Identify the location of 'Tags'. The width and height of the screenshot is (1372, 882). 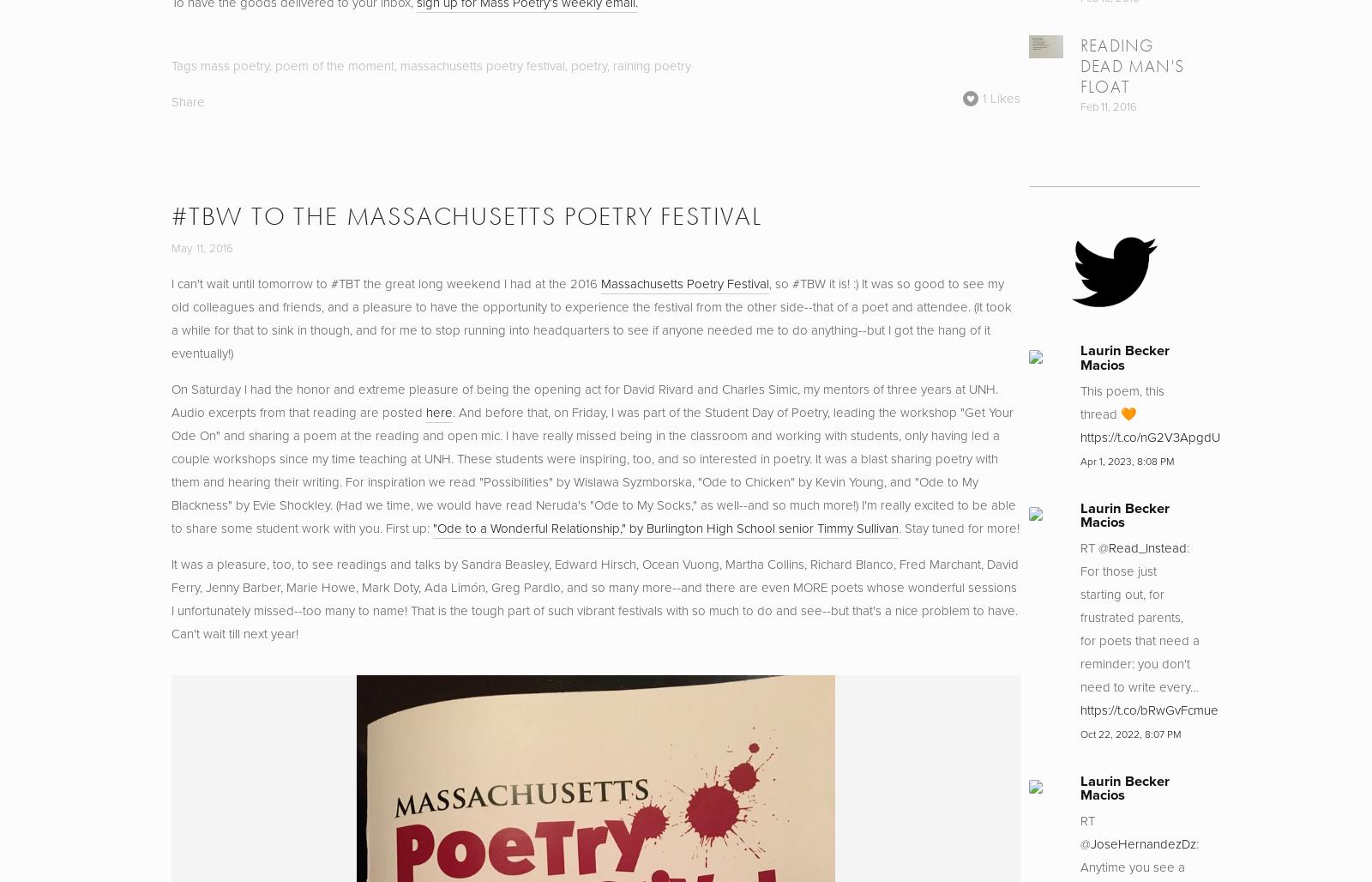
(184, 64).